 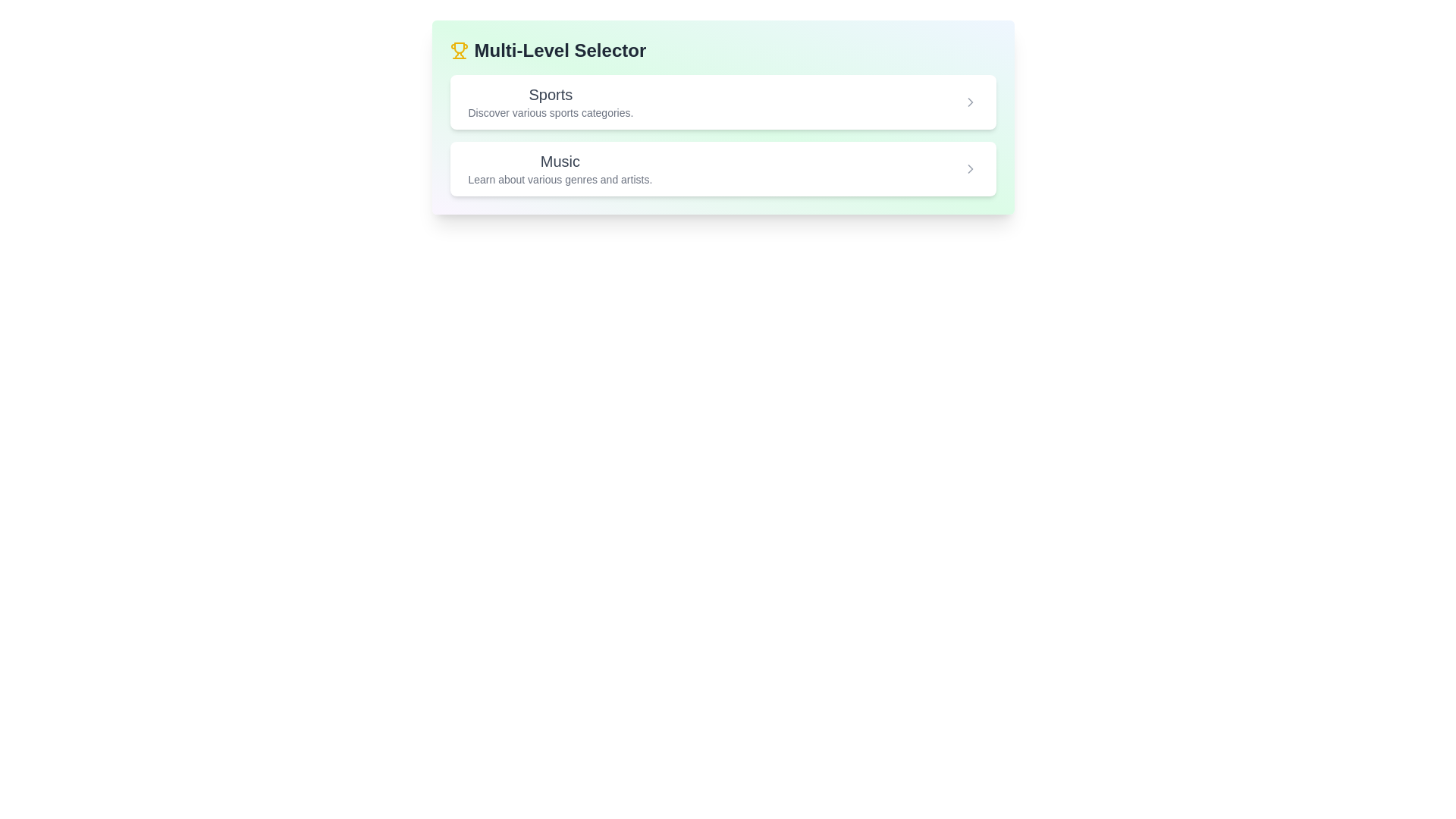 What do you see at coordinates (559, 178) in the screenshot?
I see `the Text label that provides contextual information related to the 'Music' category, positioned below the 'Sports' section and centered in the interface` at bounding box center [559, 178].